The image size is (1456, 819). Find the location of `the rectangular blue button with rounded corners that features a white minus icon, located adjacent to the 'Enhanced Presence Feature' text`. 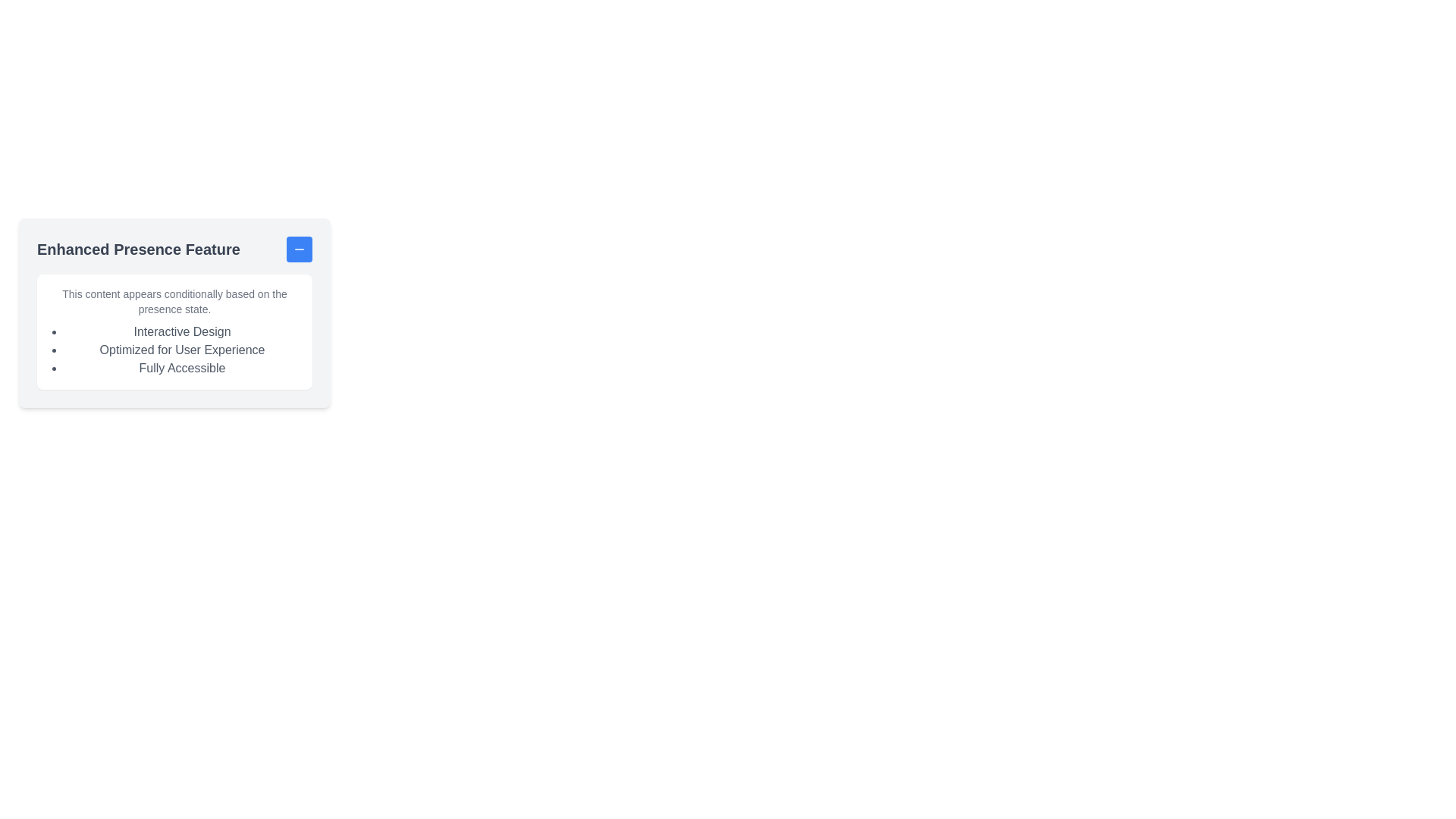

the rectangular blue button with rounded corners that features a white minus icon, located adjacent to the 'Enhanced Presence Feature' text is located at coordinates (299, 248).